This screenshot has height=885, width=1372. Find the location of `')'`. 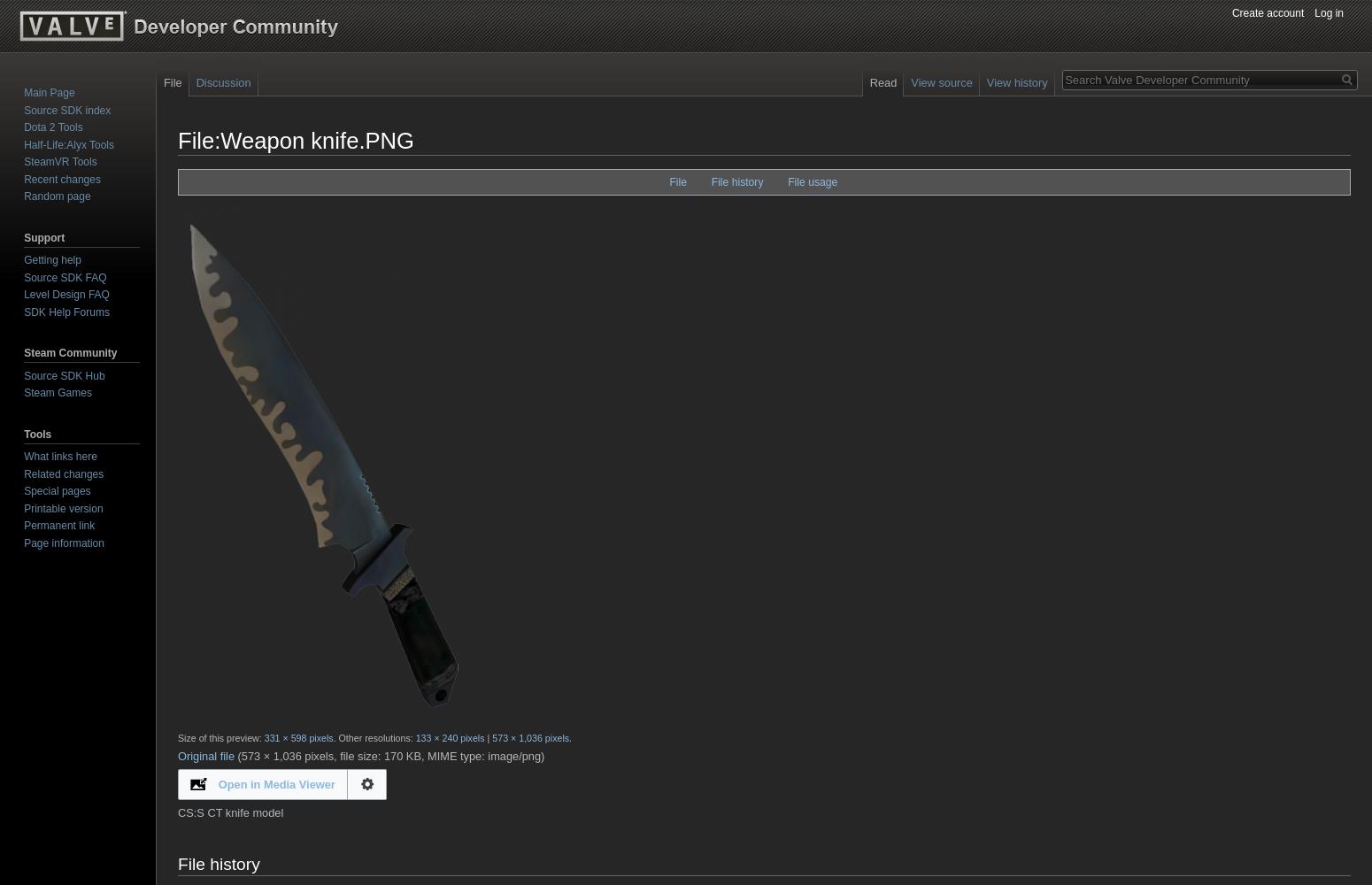

')' is located at coordinates (541, 754).